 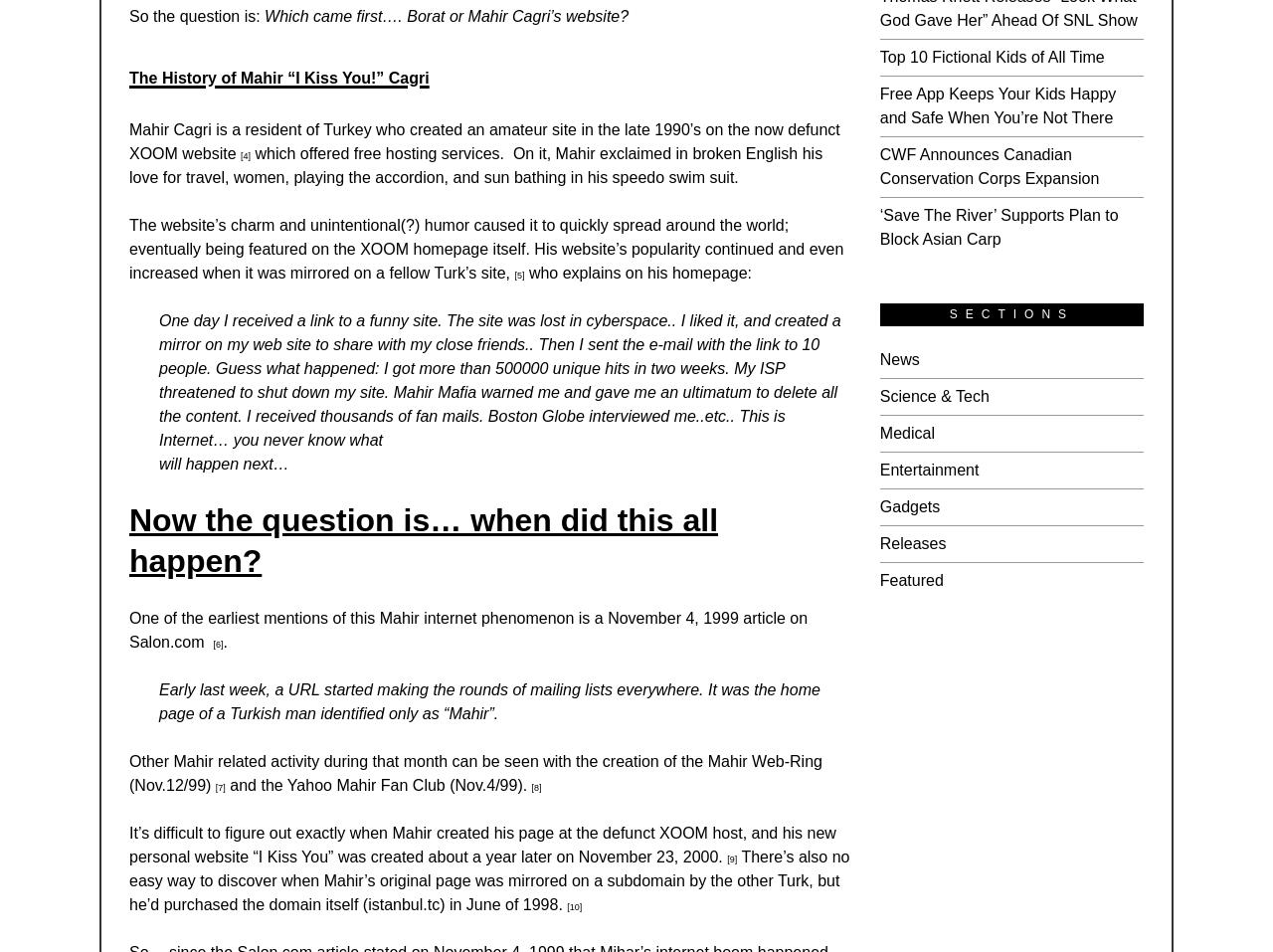 I want to click on 'Early last week, a URL started making the rounds of mailing lists everywhere. It was the home page of a Turkish man identified only as “Mahir”.', so click(x=489, y=700).